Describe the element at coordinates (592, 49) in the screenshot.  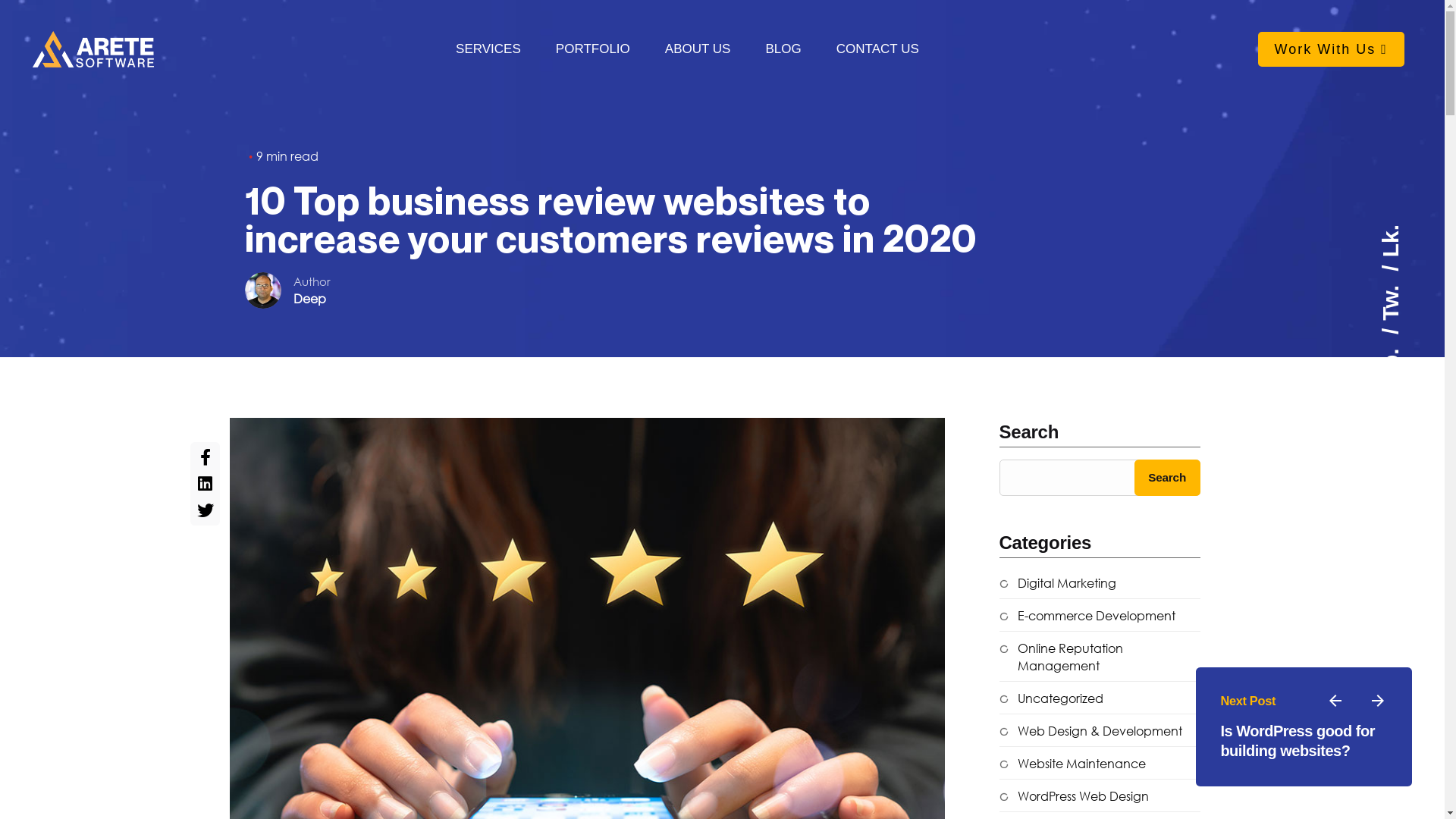
I see `'PORTFOLIO'` at that location.